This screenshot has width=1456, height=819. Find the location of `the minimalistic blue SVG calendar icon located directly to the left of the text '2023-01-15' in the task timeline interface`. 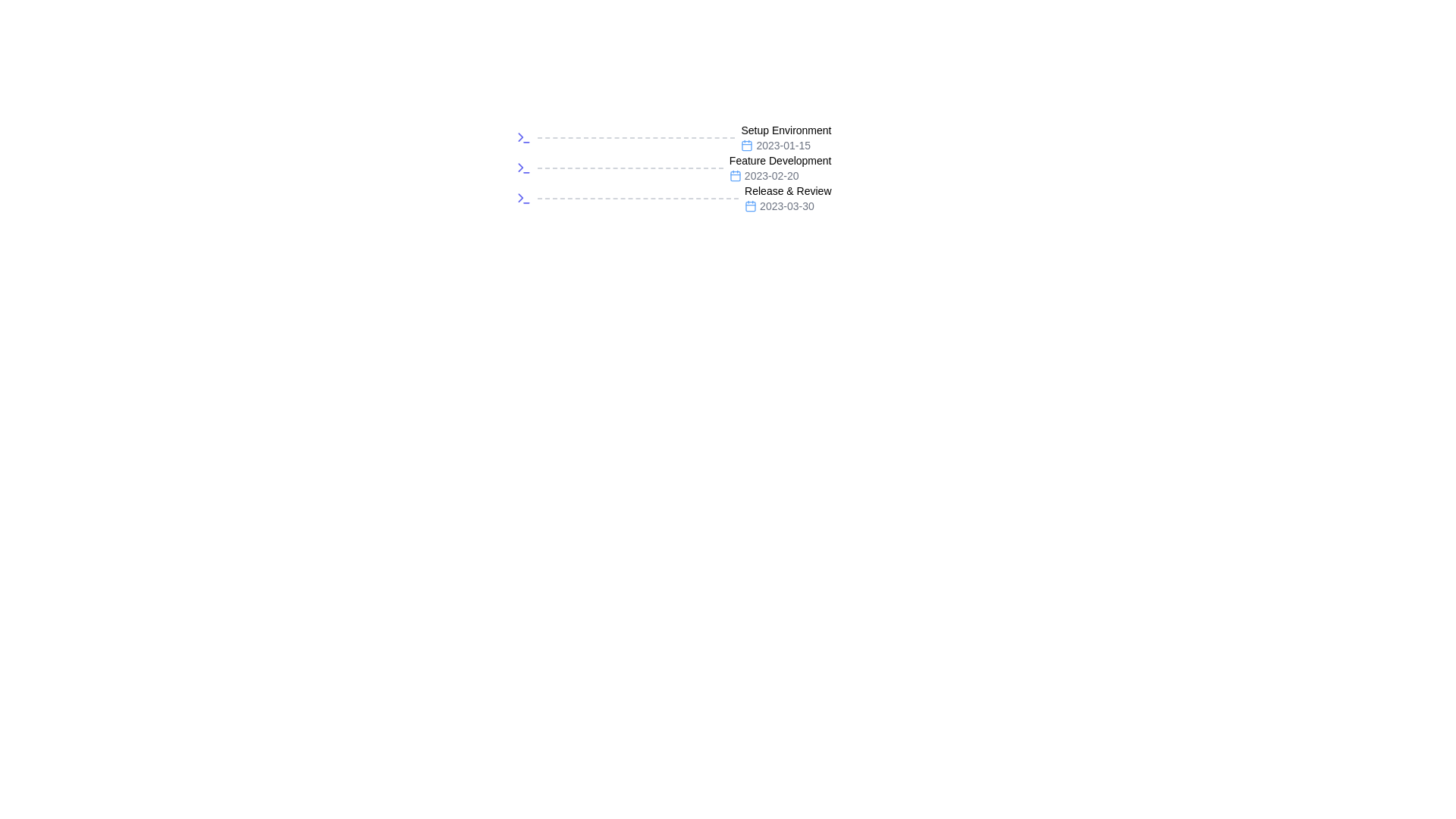

the minimalistic blue SVG calendar icon located directly to the left of the text '2023-01-15' in the task timeline interface is located at coordinates (747, 146).